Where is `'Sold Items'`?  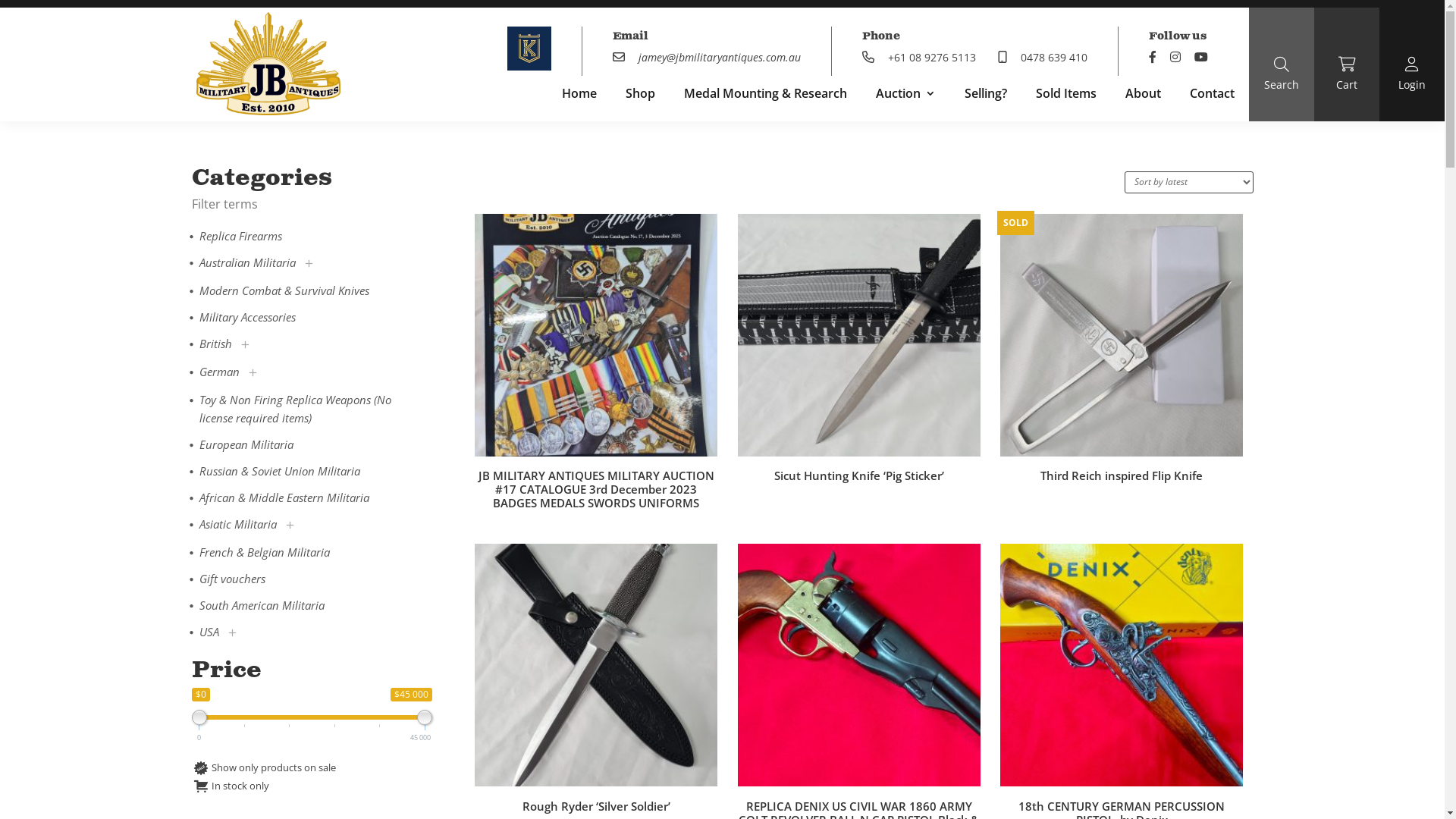
'Sold Items' is located at coordinates (1065, 96).